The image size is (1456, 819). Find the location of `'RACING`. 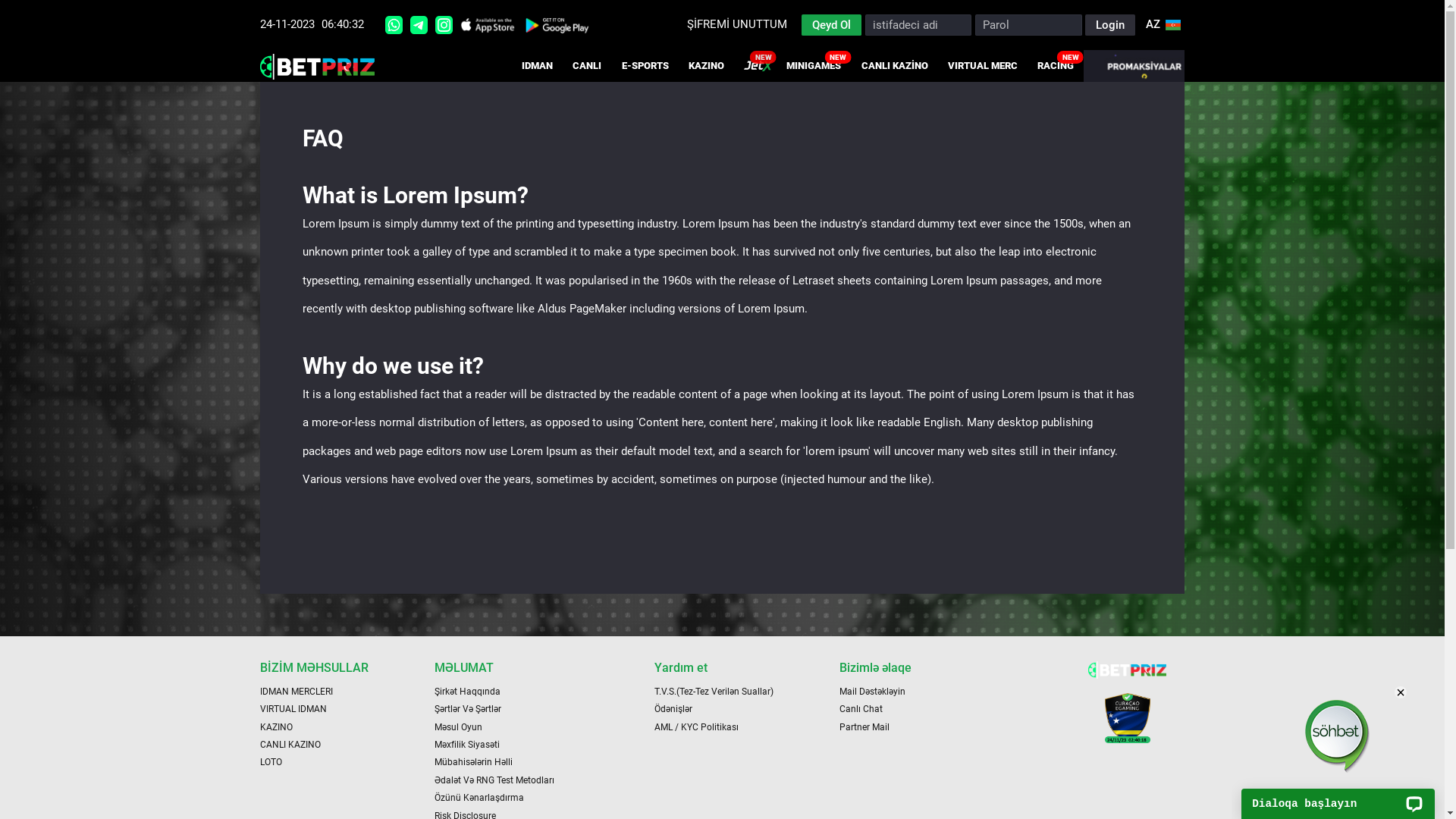

'RACING is located at coordinates (1027, 65).